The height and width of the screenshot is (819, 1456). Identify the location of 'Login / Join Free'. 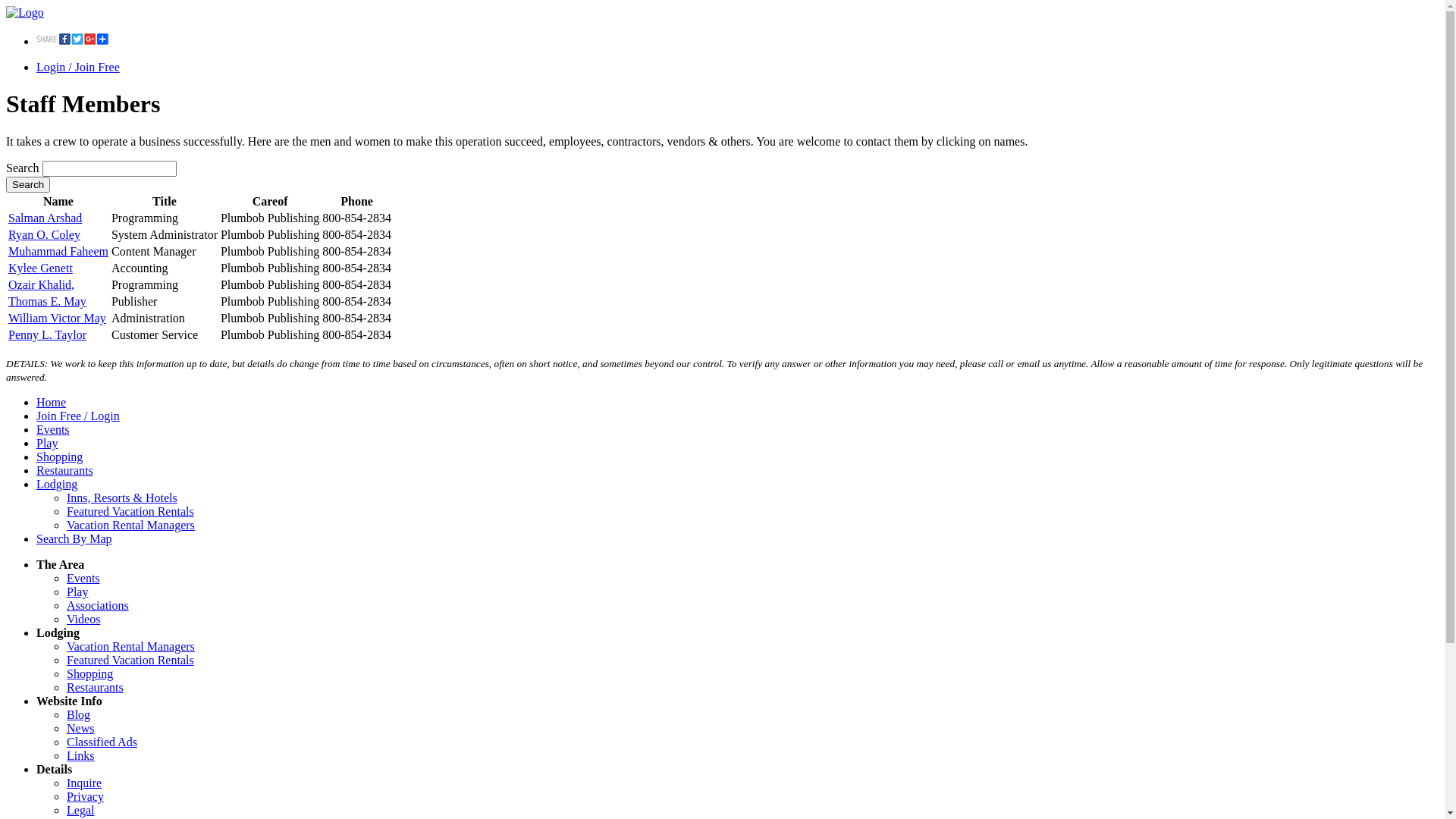
(77, 66).